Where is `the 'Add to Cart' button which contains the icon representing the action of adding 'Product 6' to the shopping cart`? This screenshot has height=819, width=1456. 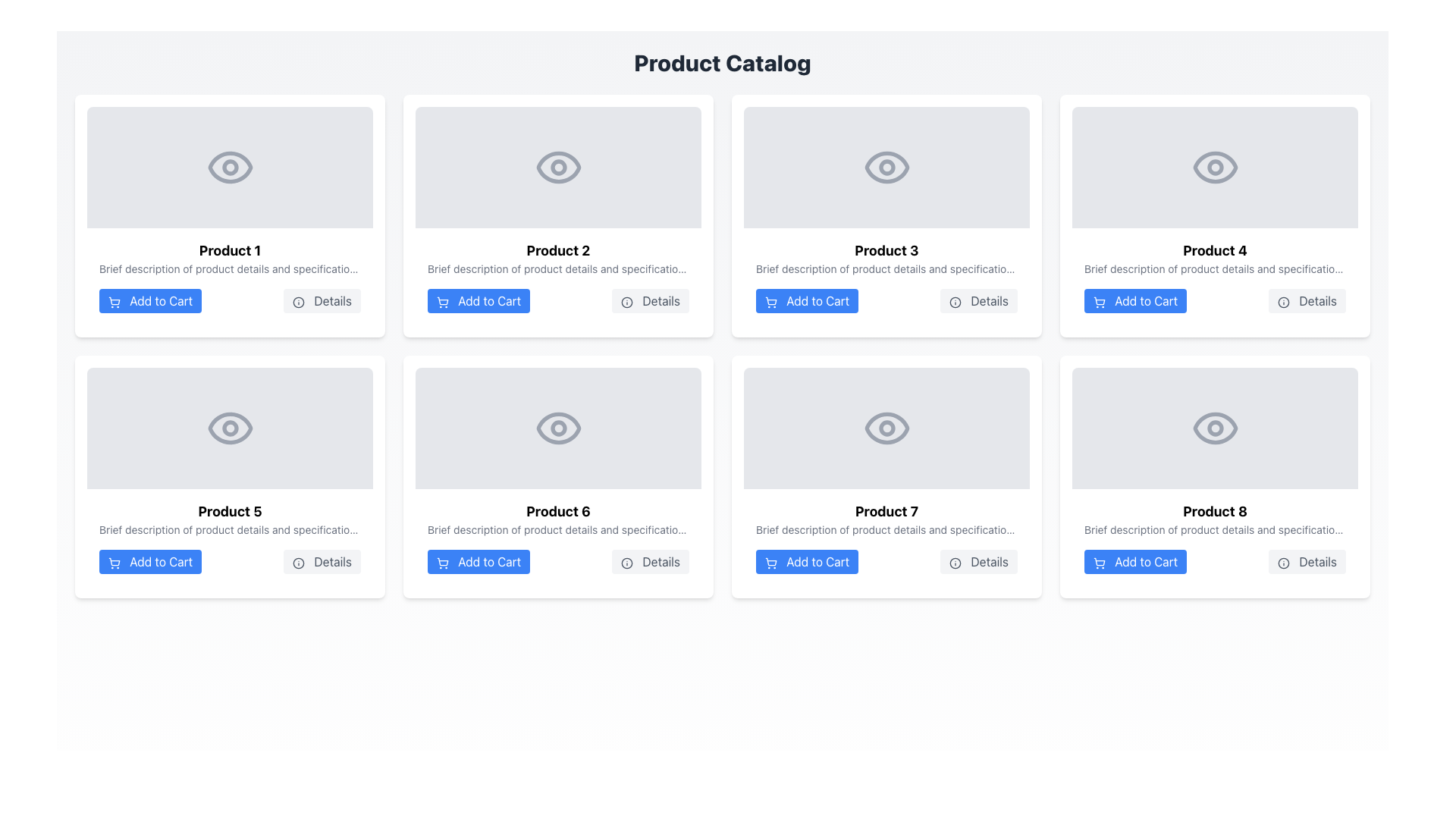
the 'Add to Cart' button which contains the icon representing the action of adding 'Product 6' to the shopping cart is located at coordinates (442, 561).